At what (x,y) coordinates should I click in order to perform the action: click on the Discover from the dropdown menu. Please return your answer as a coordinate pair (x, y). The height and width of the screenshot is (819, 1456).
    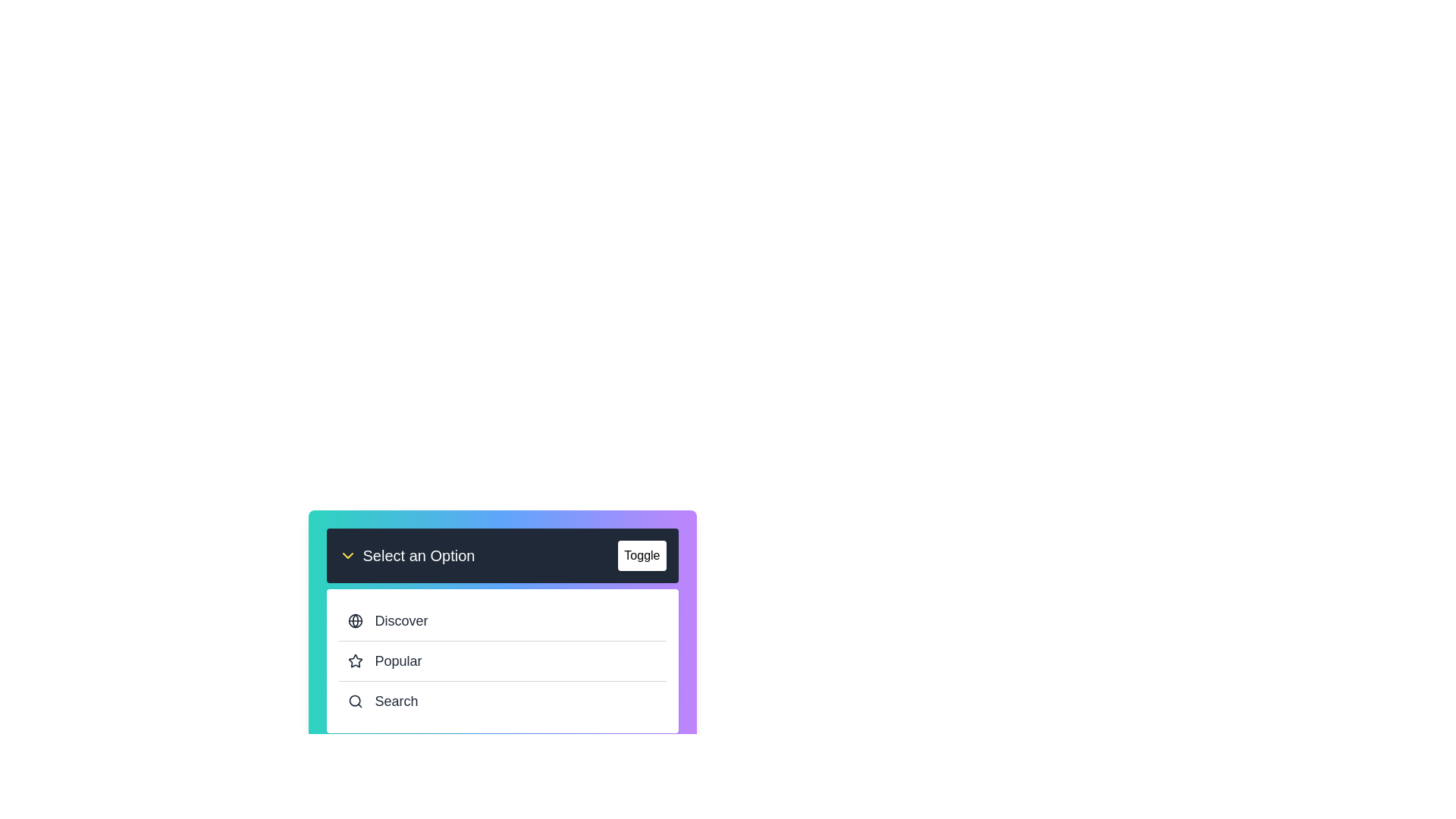
    Looking at the image, I should click on (502, 620).